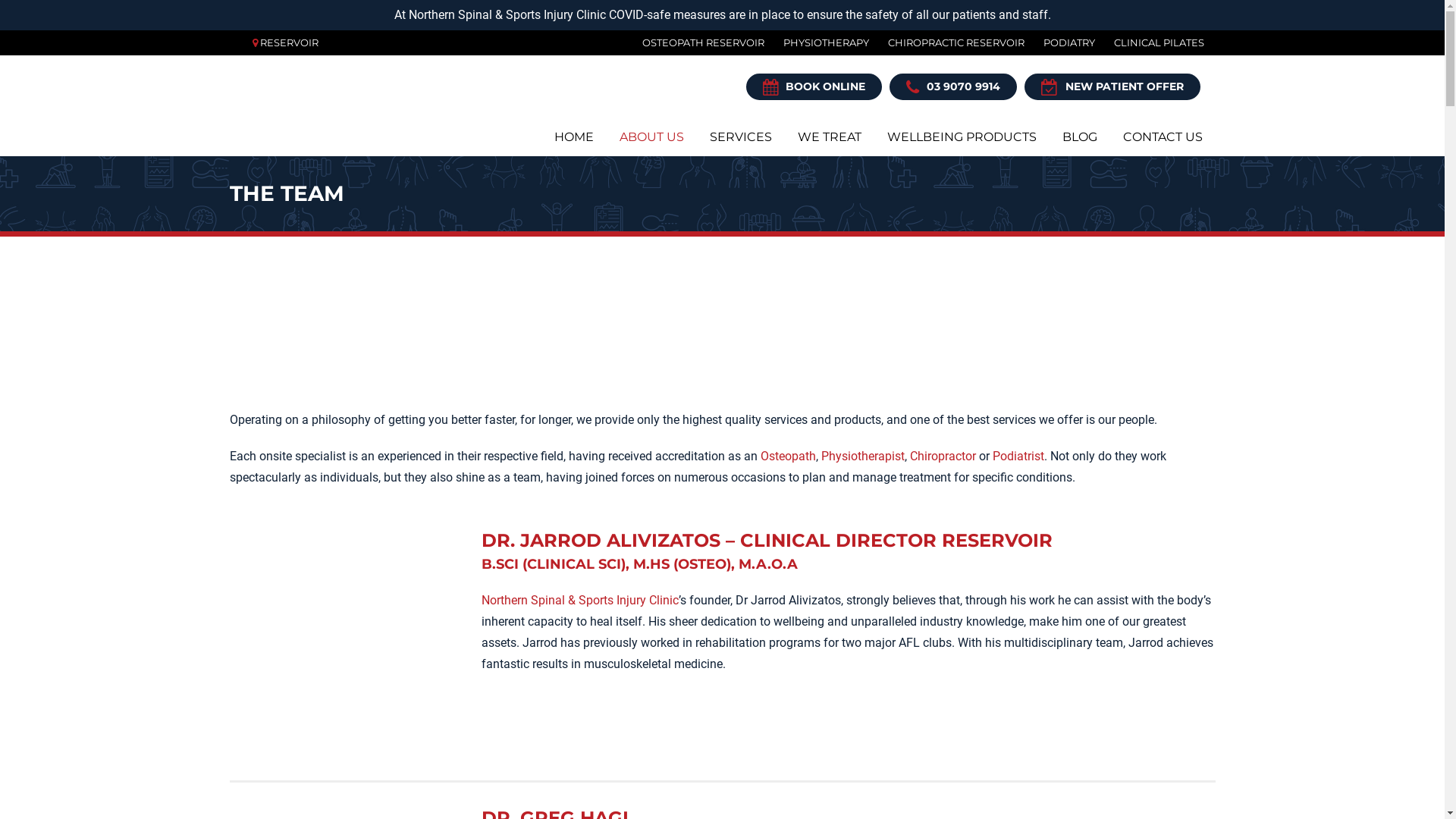 This screenshot has width=1456, height=819. What do you see at coordinates (942, 455) in the screenshot?
I see `'Chiropractor'` at bounding box center [942, 455].